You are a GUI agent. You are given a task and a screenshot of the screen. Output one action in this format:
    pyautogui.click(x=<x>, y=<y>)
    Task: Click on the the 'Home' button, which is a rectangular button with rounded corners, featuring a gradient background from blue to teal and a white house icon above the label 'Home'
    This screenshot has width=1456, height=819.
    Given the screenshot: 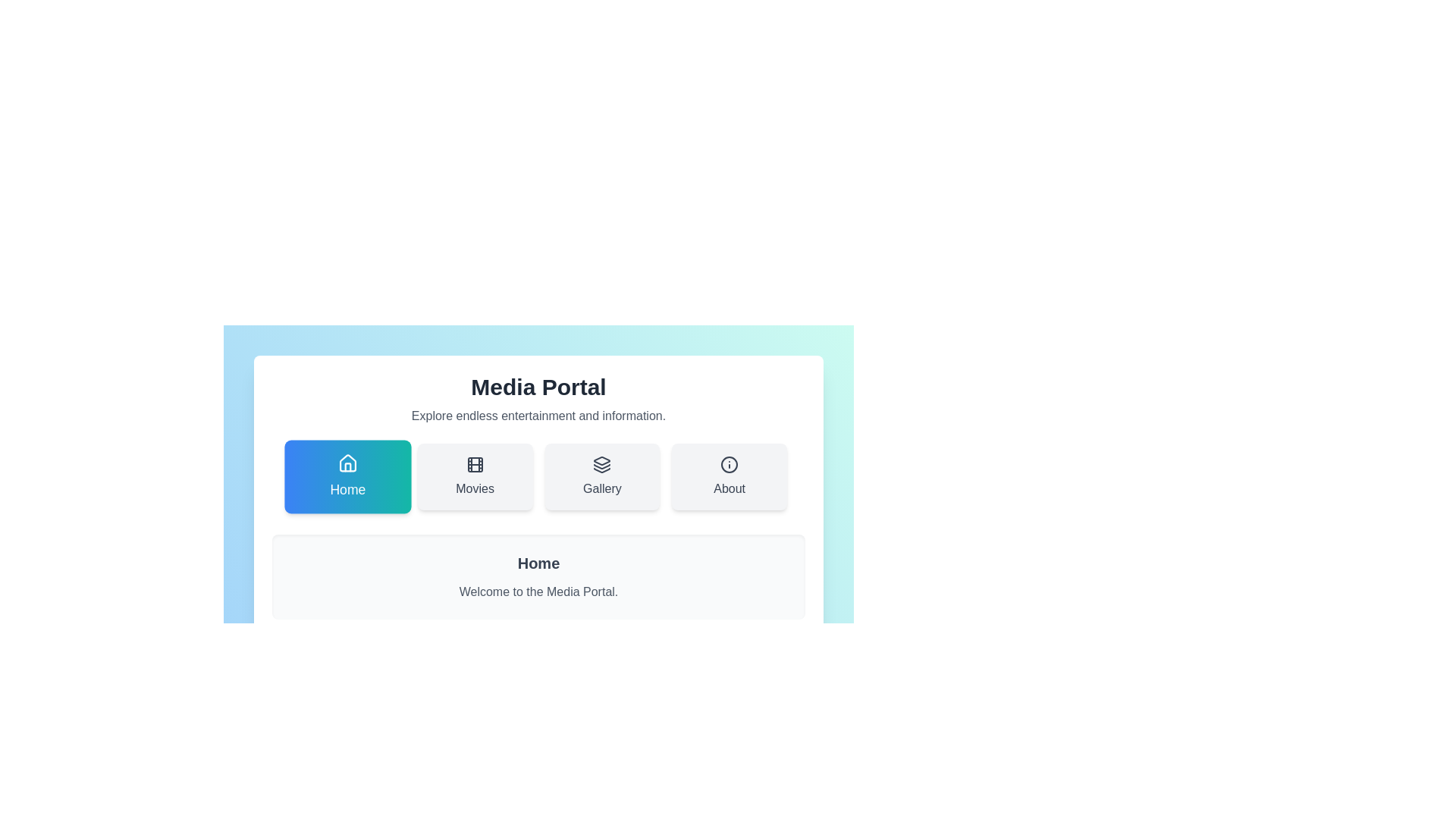 What is the action you would take?
    pyautogui.click(x=346, y=475)
    